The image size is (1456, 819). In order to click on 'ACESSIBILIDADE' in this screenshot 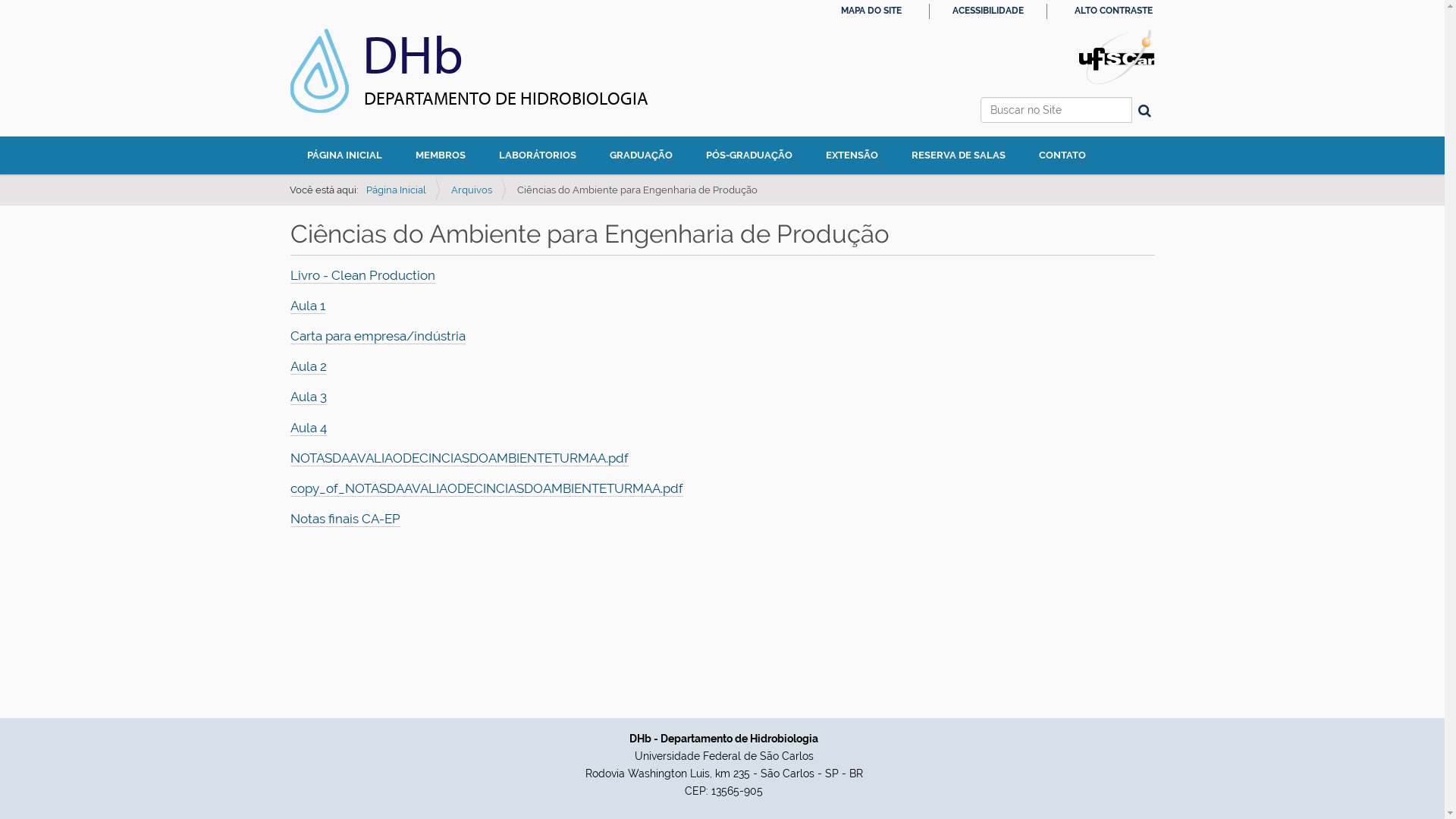, I will do `click(987, 11)`.